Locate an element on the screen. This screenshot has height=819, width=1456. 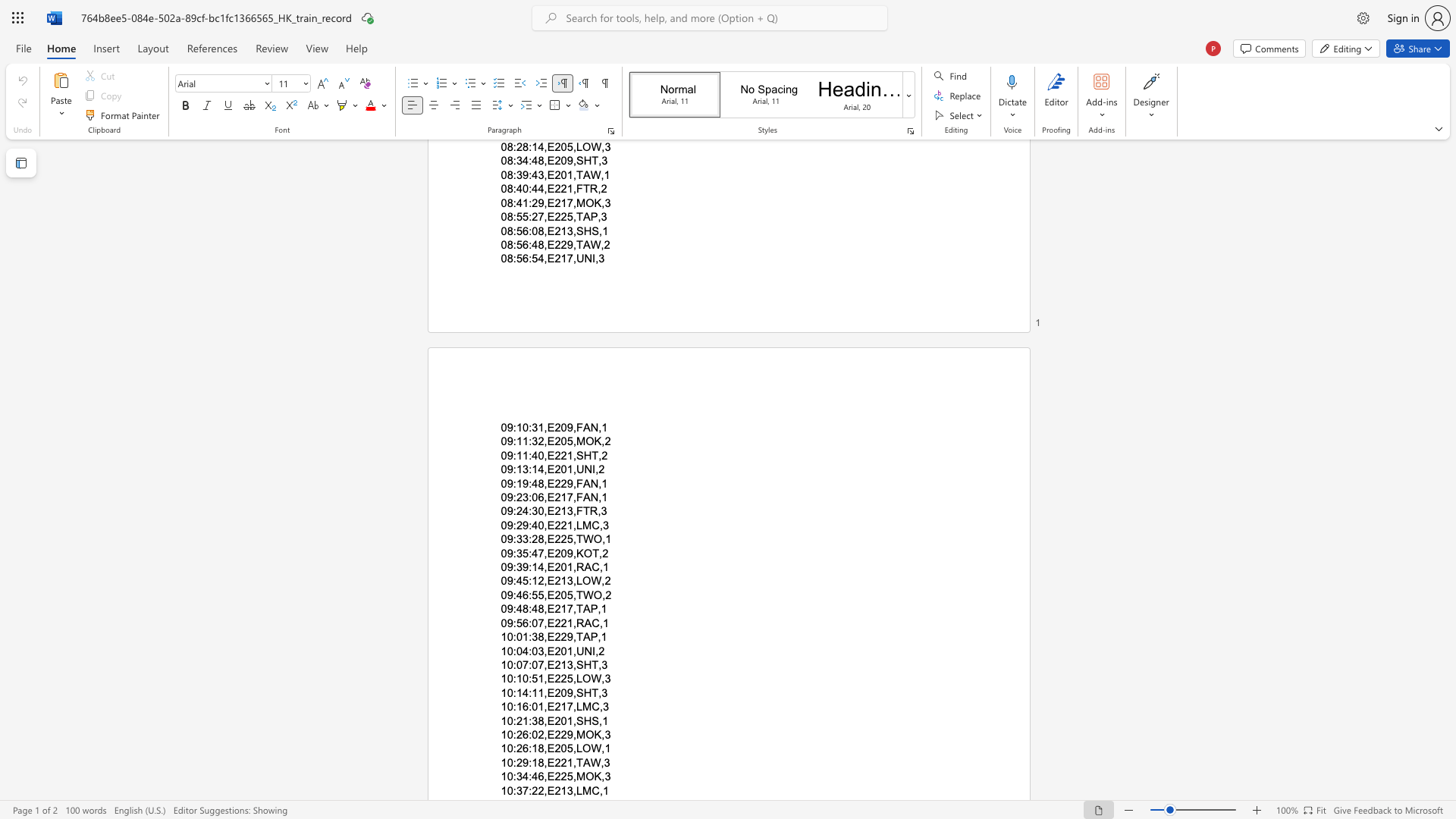
the subset text "MC," within the text "10:16:01,E217,LMC,3" is located at coordinates (582, 707).